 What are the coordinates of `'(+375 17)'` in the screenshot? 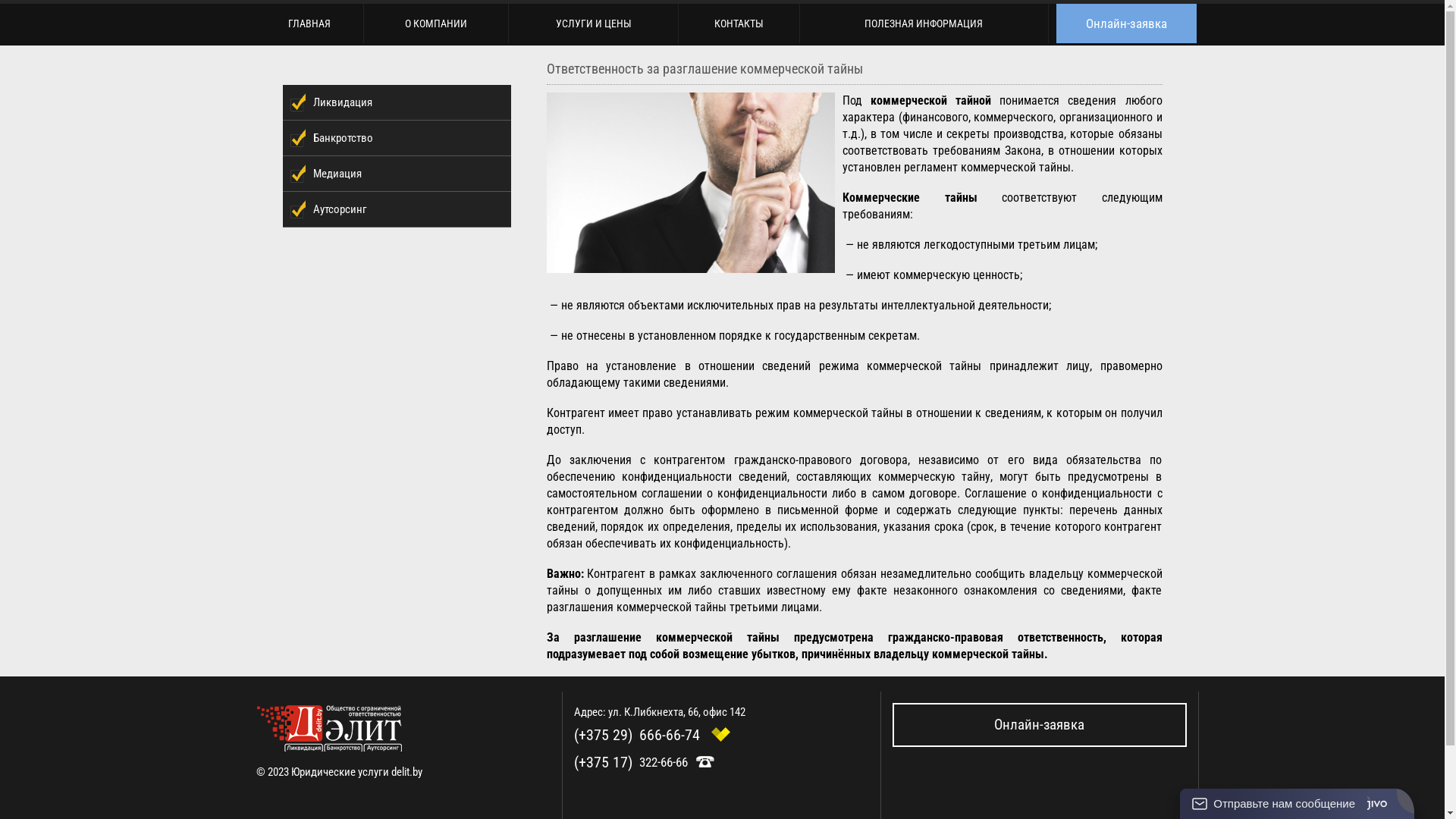 It's located at (573, 762).